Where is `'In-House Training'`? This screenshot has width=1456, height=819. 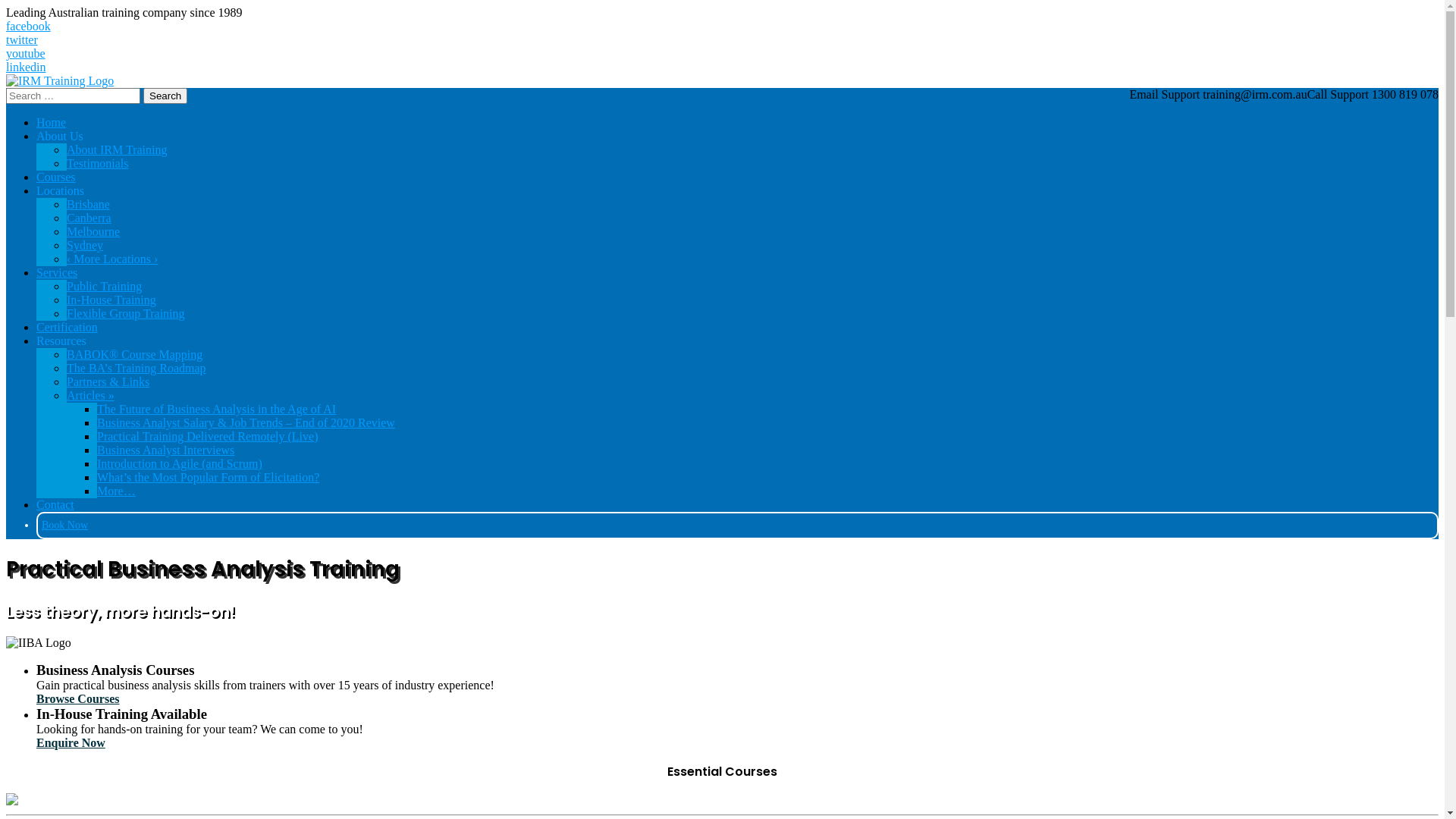
'In-House Training' is located at coordinates (65, 300).